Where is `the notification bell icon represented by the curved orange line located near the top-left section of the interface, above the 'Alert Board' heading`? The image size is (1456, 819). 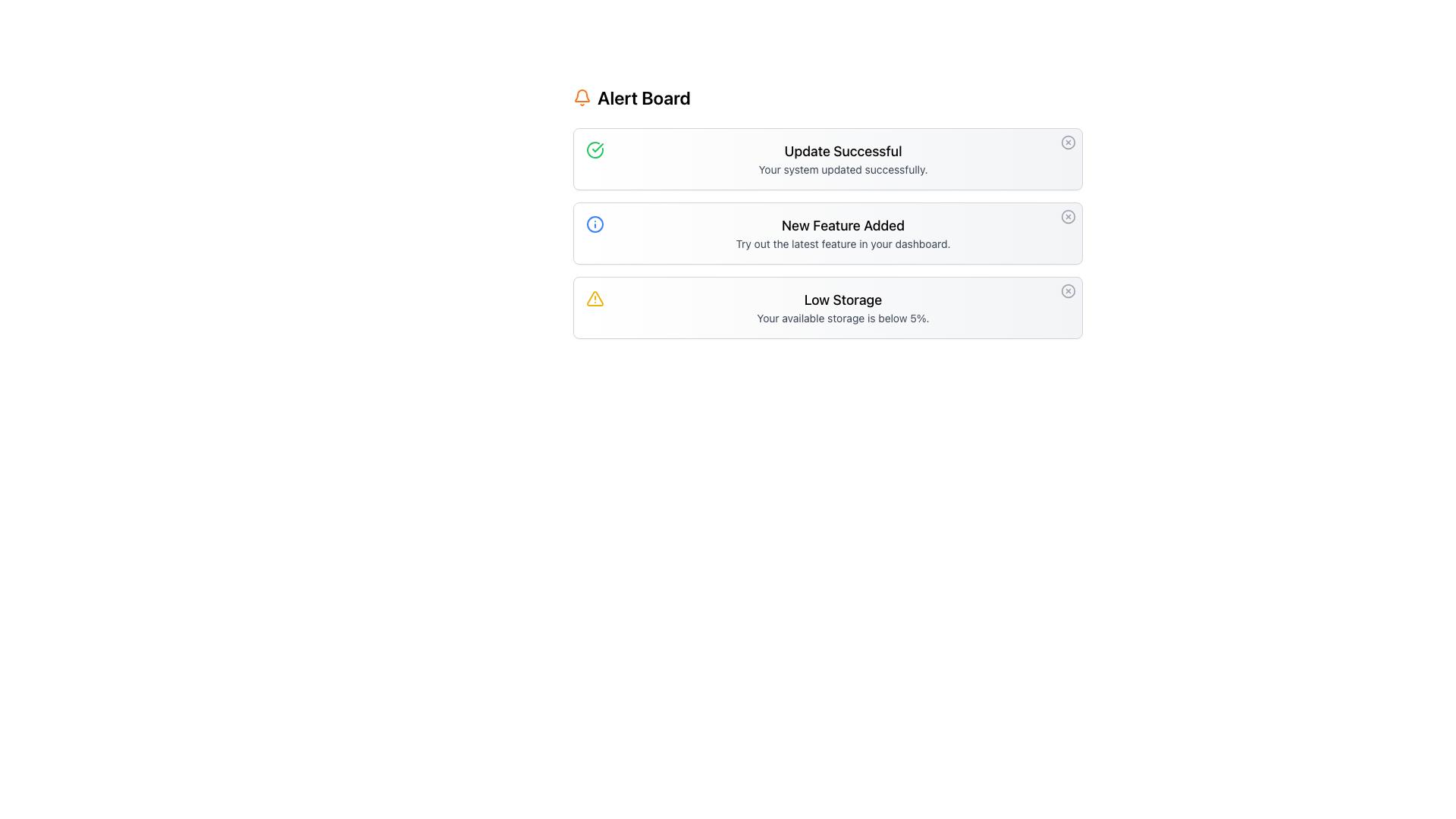
the notification bell icon represented by the curved orange line located near the top-left section of the interface, above the 'Alert Board' heading is located at coordinates (582, 96).